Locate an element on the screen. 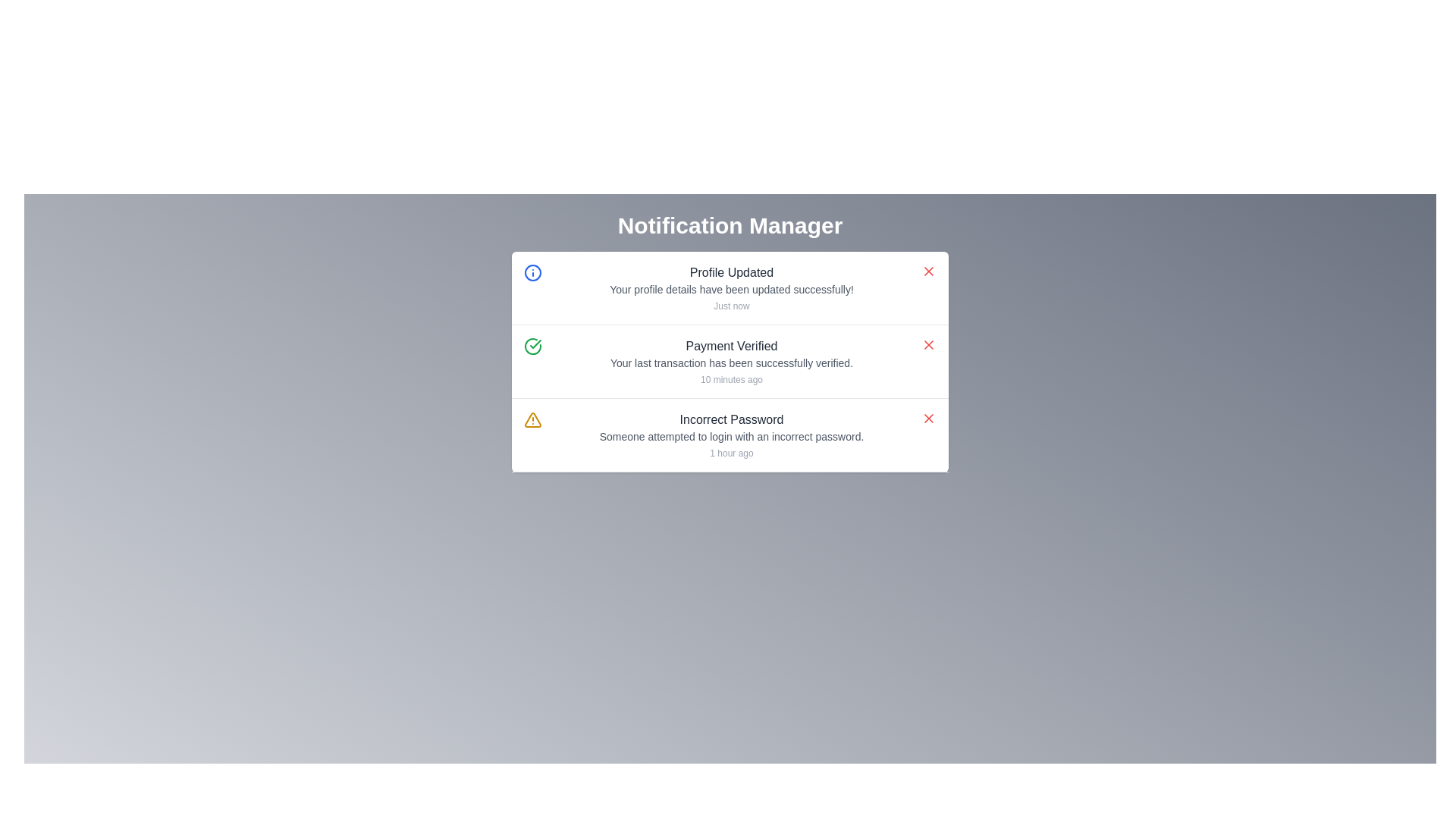 This screenshot has width=1456, height=819. the 'Notification Manager' text heading, which is bold and prominently displayed in white against a dark background, serving as the title for the notifications section is located at coordinates (730, 225).